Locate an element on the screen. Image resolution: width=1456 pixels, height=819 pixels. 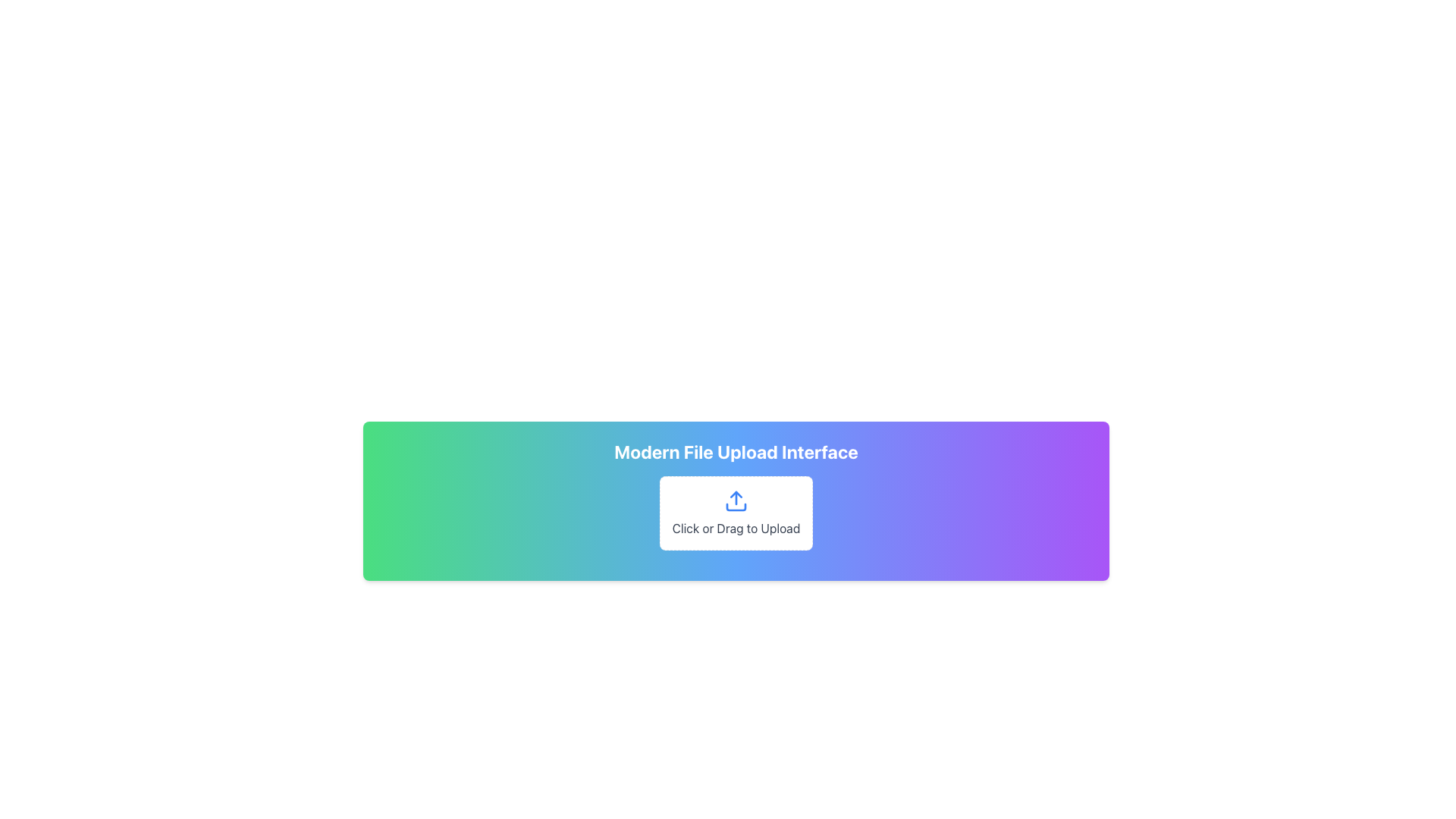
the header text element that serves as a title for the file upload interface, providing clarity on the section's purpose is located at coordinates (736, 451).